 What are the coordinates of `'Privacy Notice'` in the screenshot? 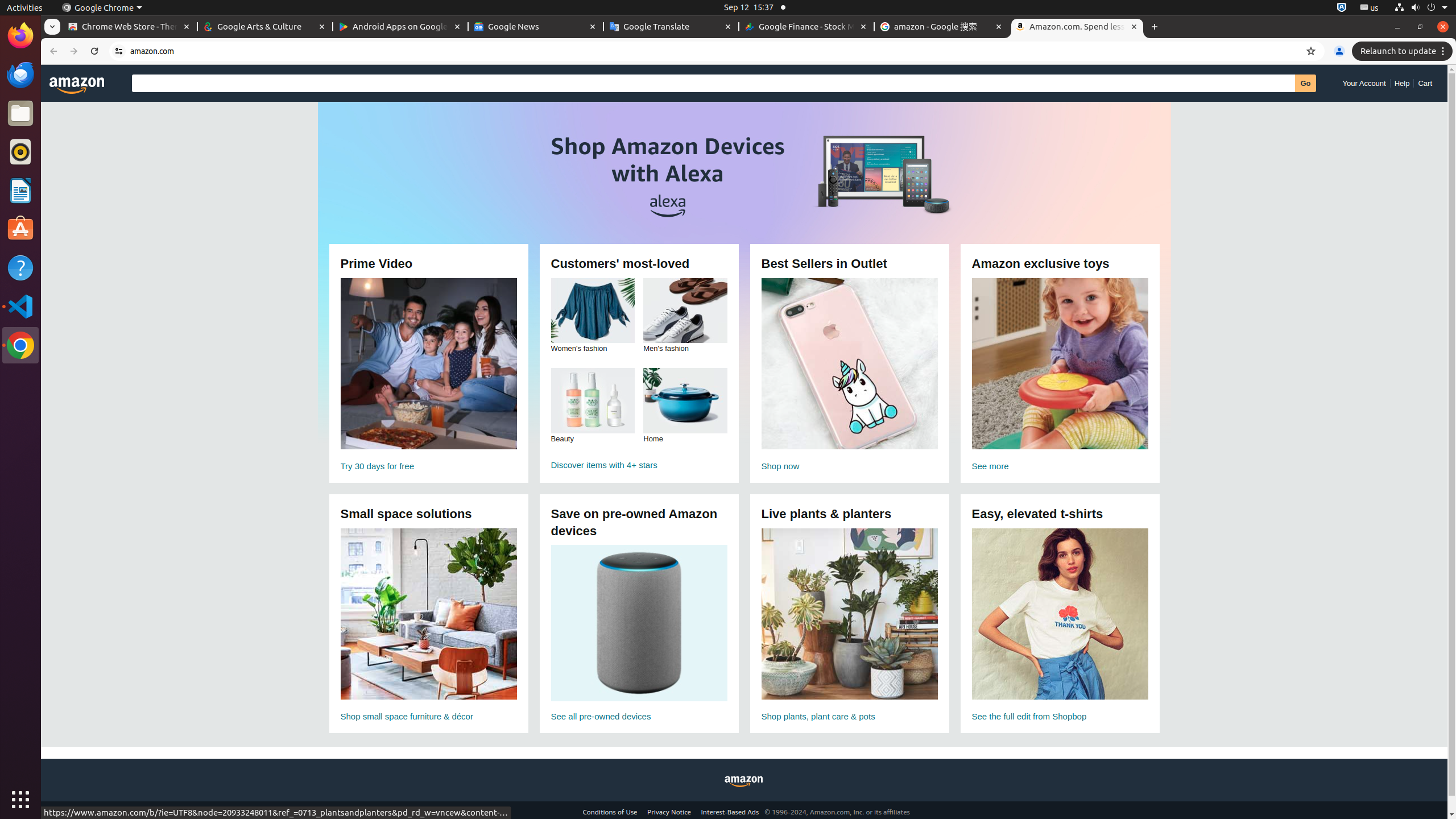 It's located at (668, 811).